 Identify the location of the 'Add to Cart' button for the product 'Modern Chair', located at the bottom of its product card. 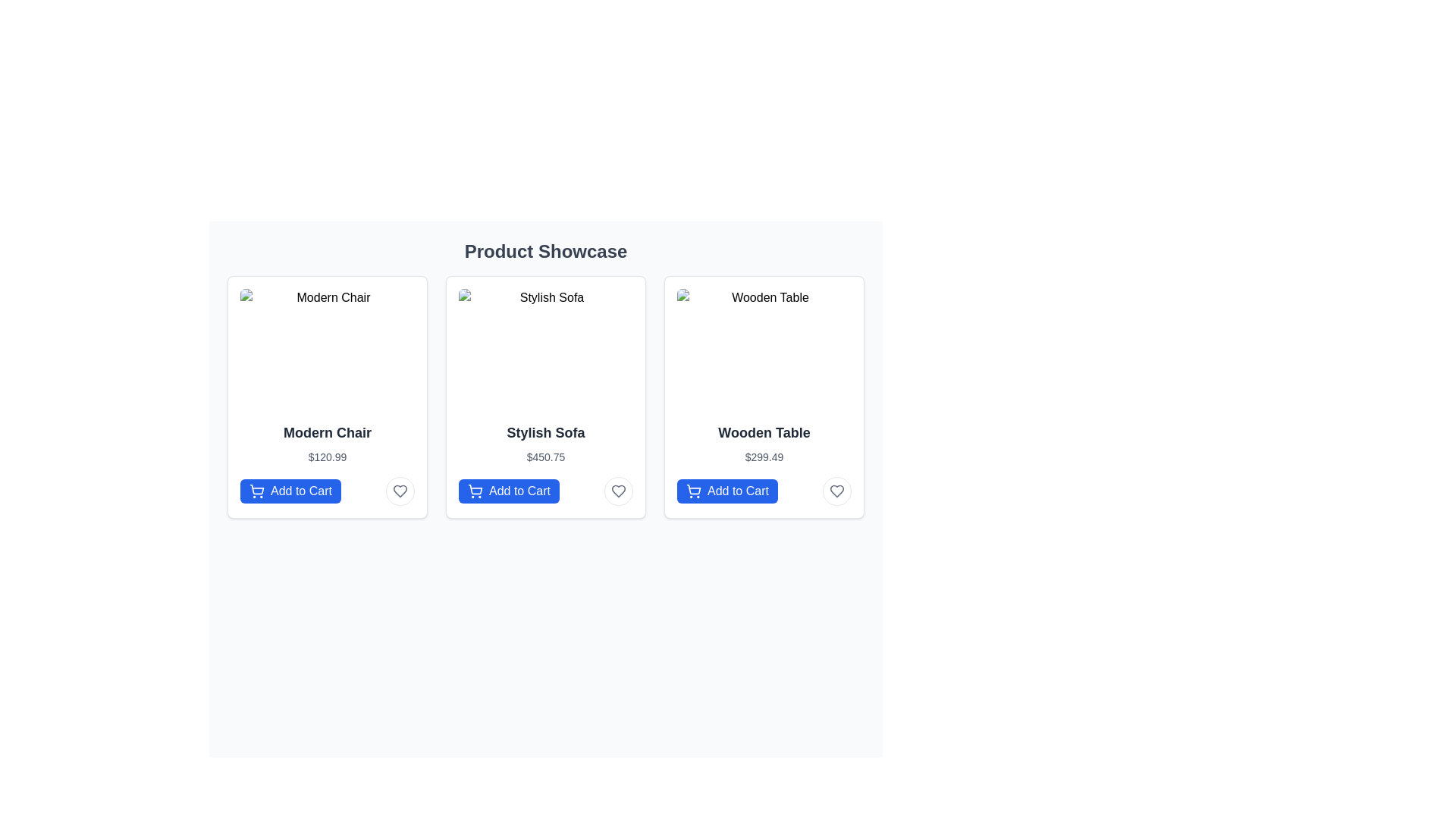
(327, 491).